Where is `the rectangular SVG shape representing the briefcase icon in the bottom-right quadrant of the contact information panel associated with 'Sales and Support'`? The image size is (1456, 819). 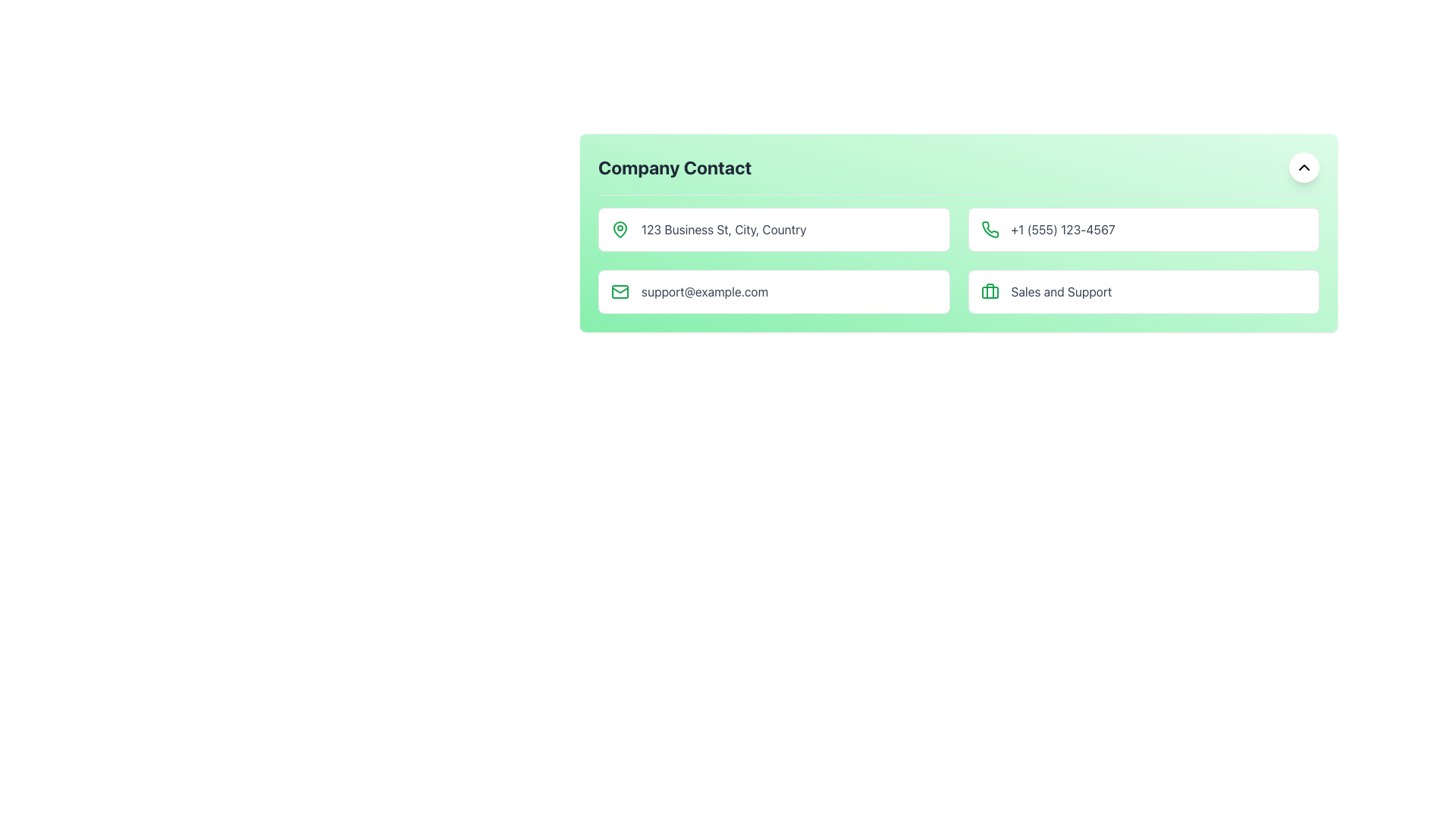 the rectangular SVG shape representing the briefcase icon in the bottom-right quadrant of the contact information panel associated with 'Sales and Support' is located at coordinates (990, 292).